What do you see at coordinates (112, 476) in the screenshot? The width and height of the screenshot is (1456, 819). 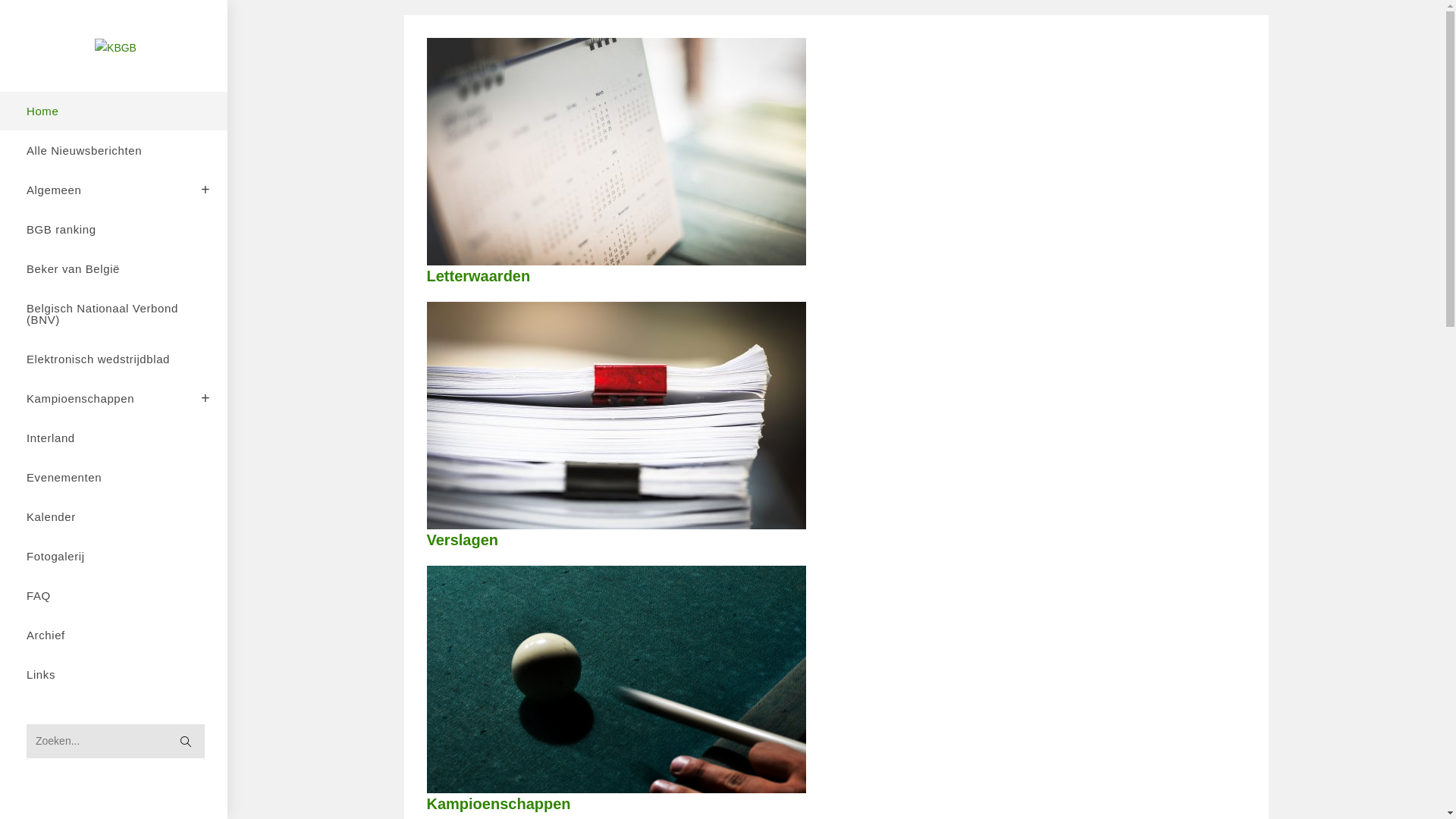 I see `'Evenementen'` at bounding box center [112, 476].